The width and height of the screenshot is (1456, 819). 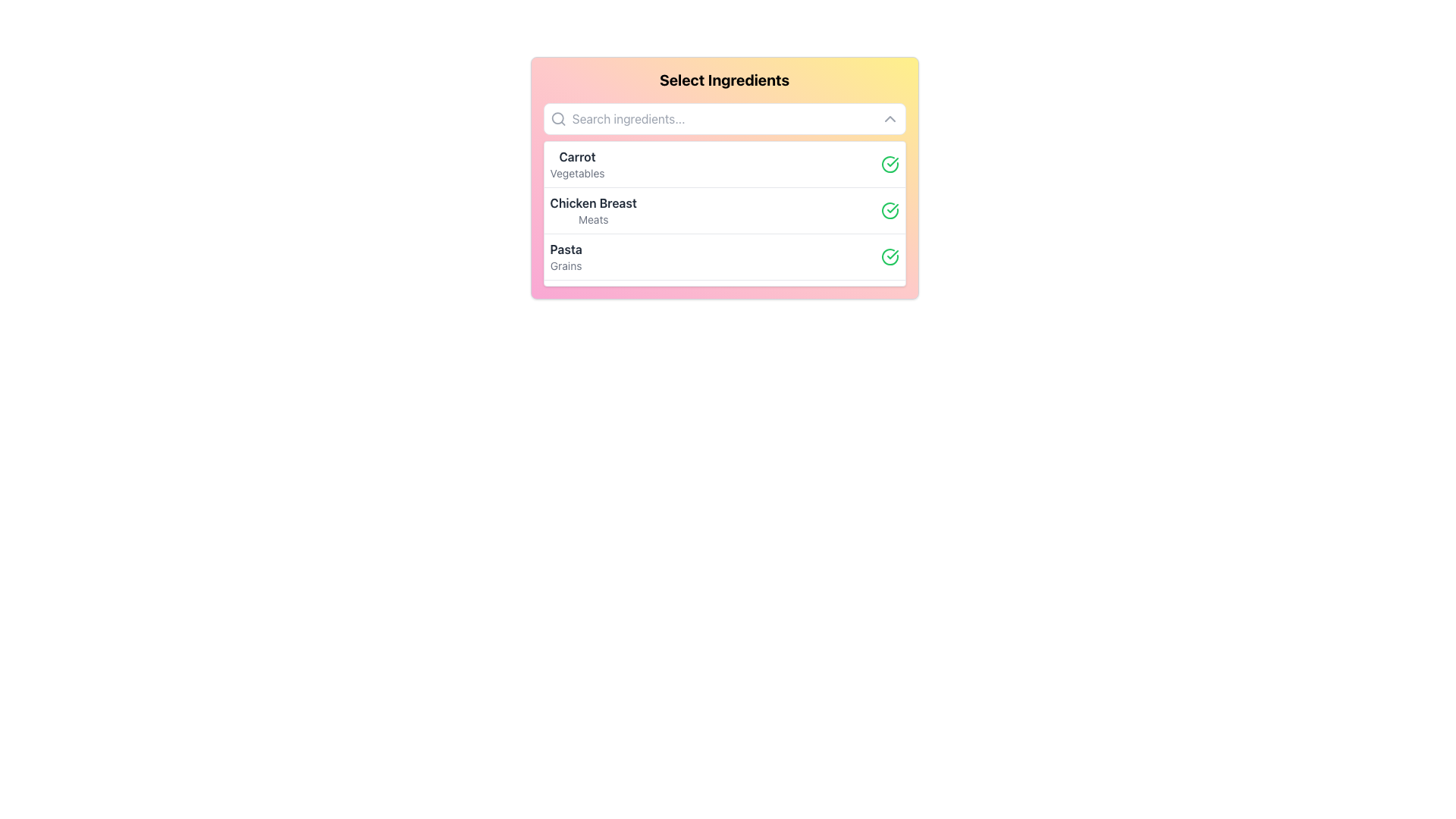 What do you see at coordinates (592, 219) in the screenshot?
I see `the static text label displaying 'Meats', which is gray in color and positioned directly beneath the bold text label 'Chicken Breast'` at bounding box center [592, 219].